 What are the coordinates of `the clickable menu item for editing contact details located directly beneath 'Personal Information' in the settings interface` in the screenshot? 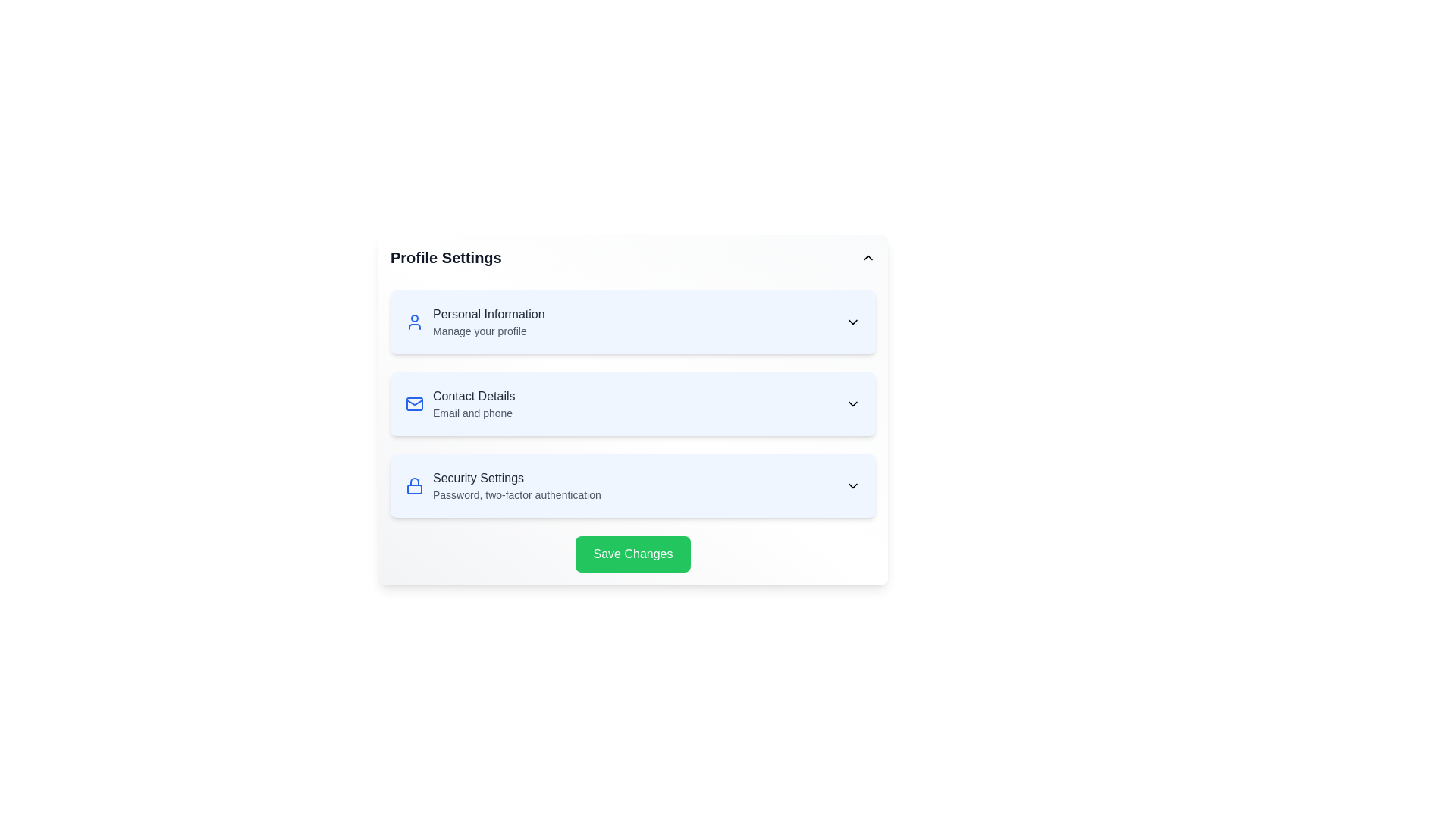 It's located at (633, 403).